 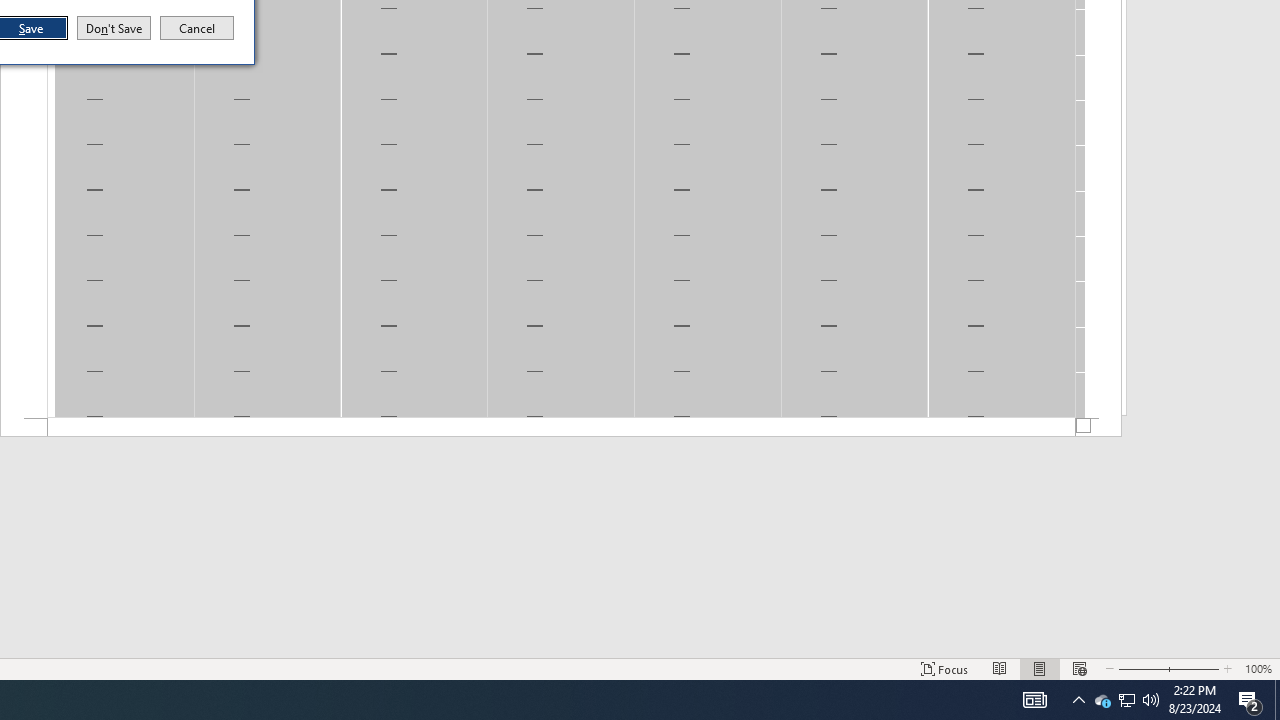 What do you see at coordinates (1276, 698) in the screenshot?
I see `'Show desktop'` at bounding box center [1276, 698].